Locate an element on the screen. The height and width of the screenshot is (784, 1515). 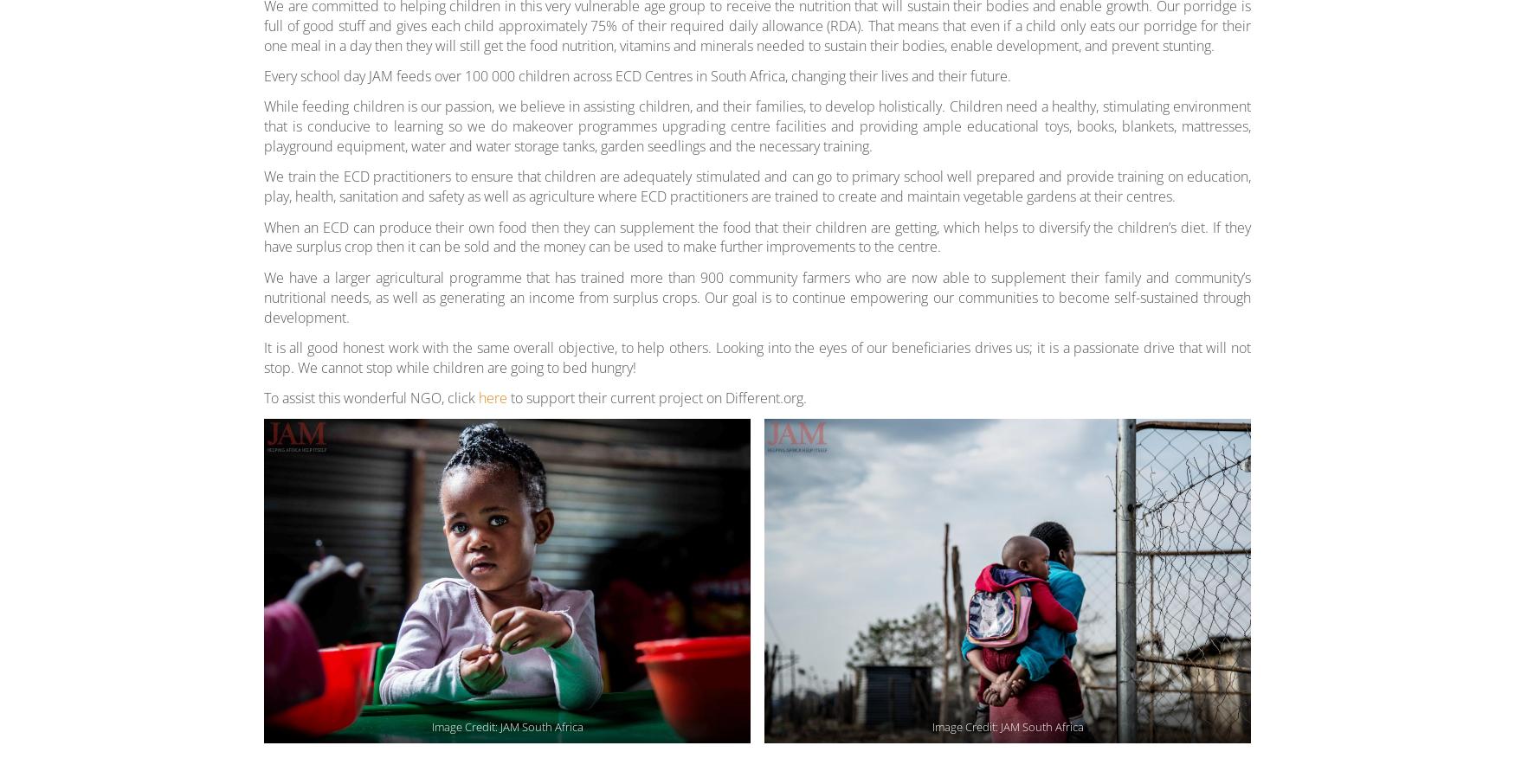
'When an ECD can produce their own food then they can supplement the food that their children are getting, which helps to diversify the children’s diet. If they have surplus crop then it can be sold and the money can be used to make further improvements to the centre.' is located at coordinates (757, 235).